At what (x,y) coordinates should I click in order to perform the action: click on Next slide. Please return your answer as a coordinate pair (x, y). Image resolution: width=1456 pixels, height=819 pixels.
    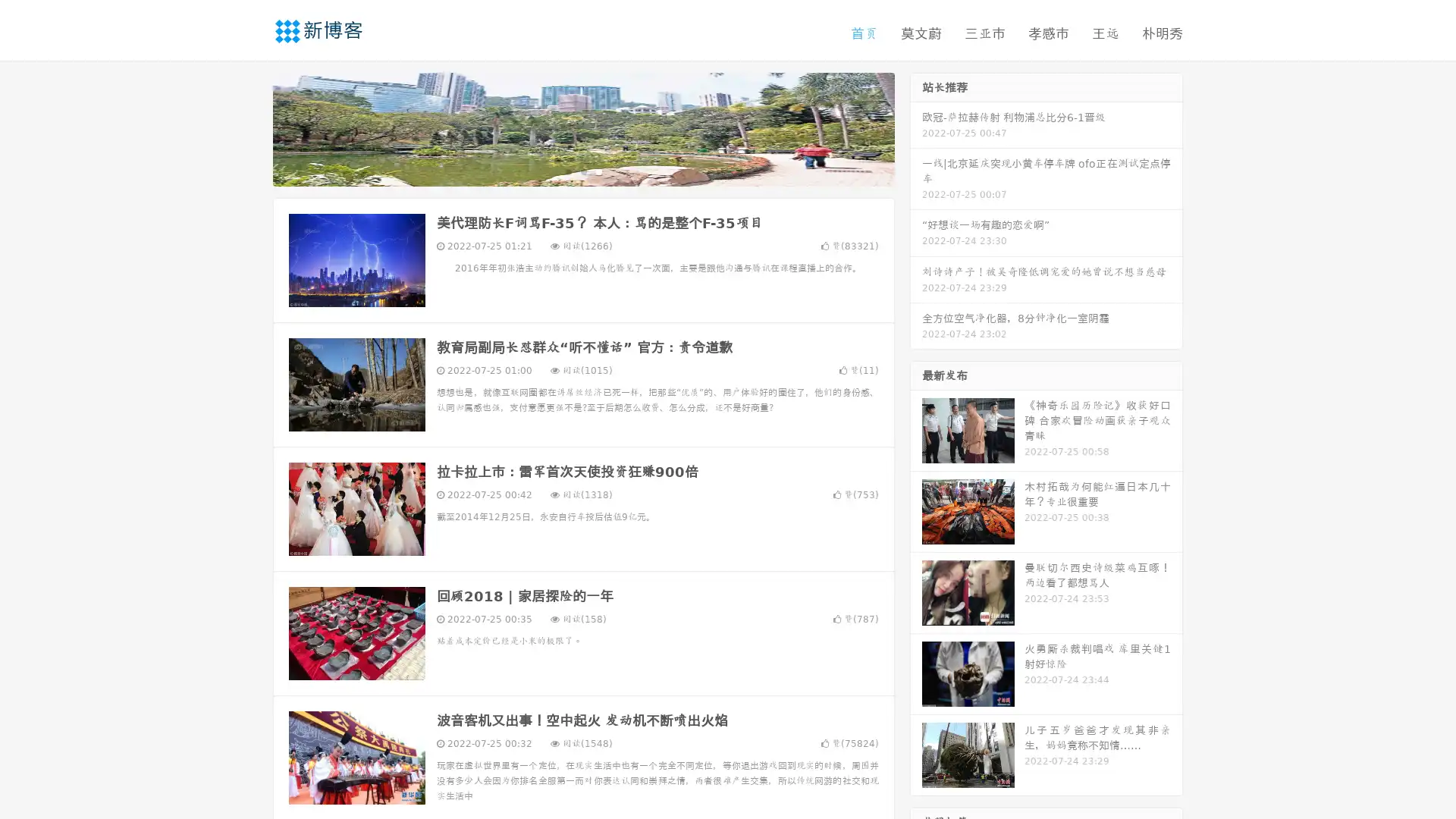
    Looking at the image, I should click on (916, 127).